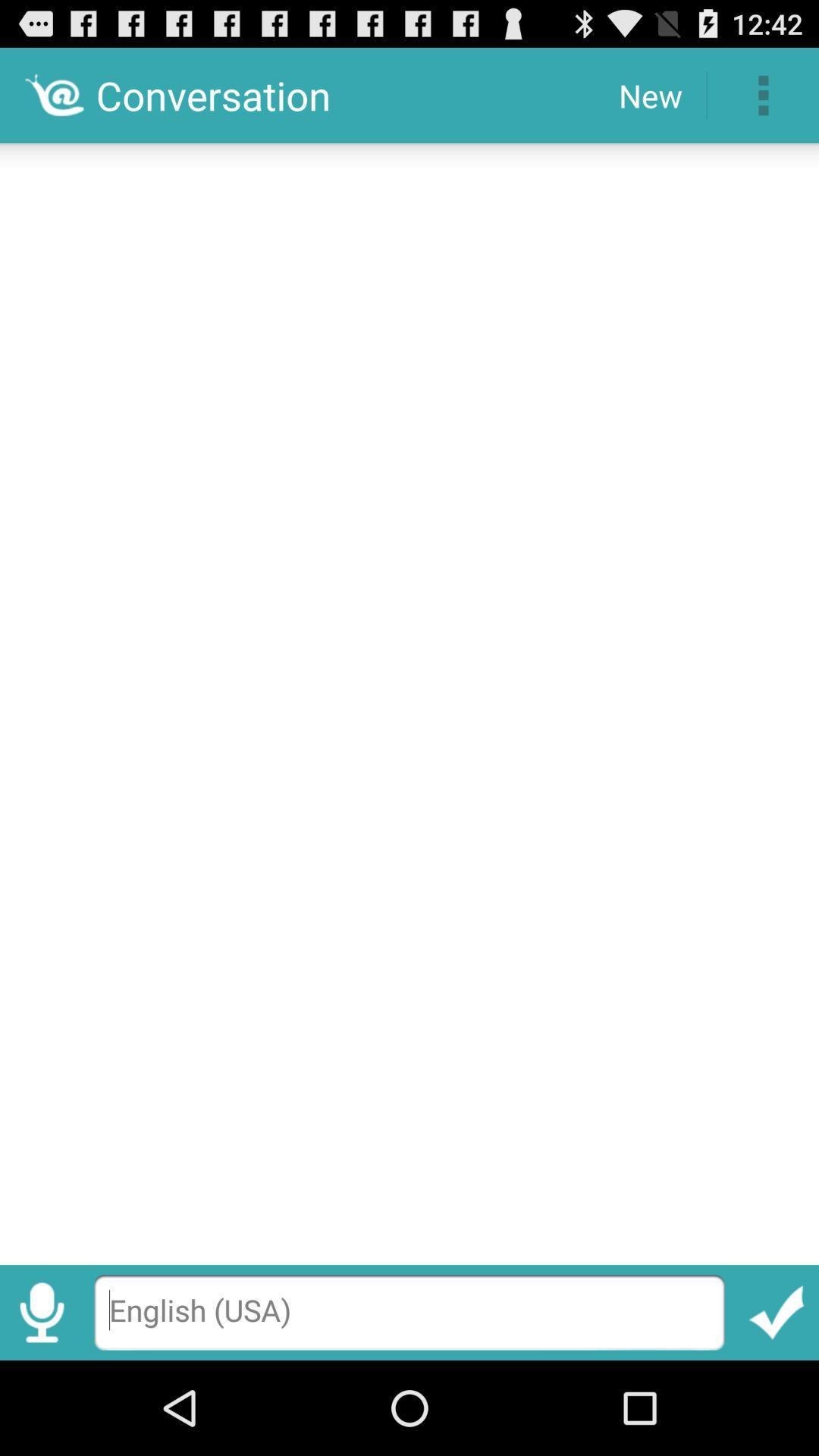  Describe the element at coordinates (409, 698) in the screenshot. I see `the item below the new item` at that location.